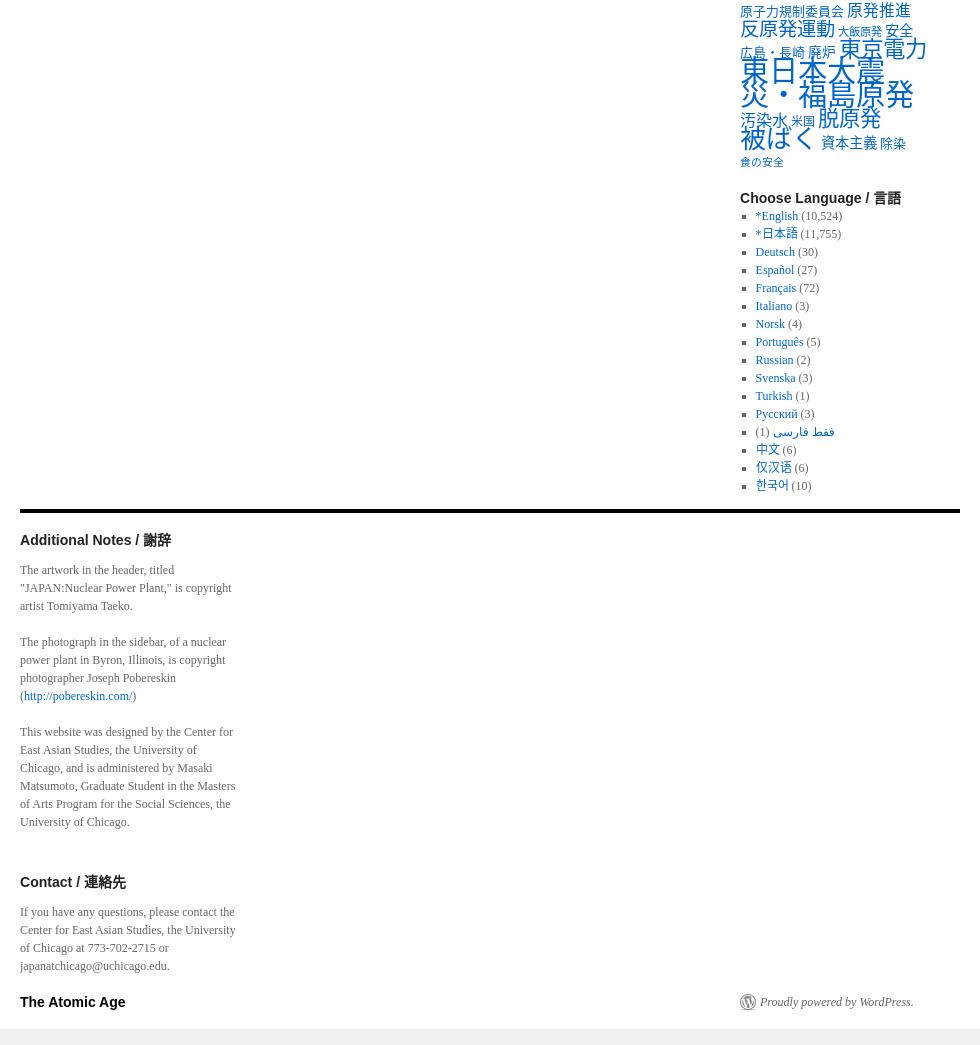  Describe the element at coordinates (754, 216) in the screenshot. I see `'*English'` at that location.